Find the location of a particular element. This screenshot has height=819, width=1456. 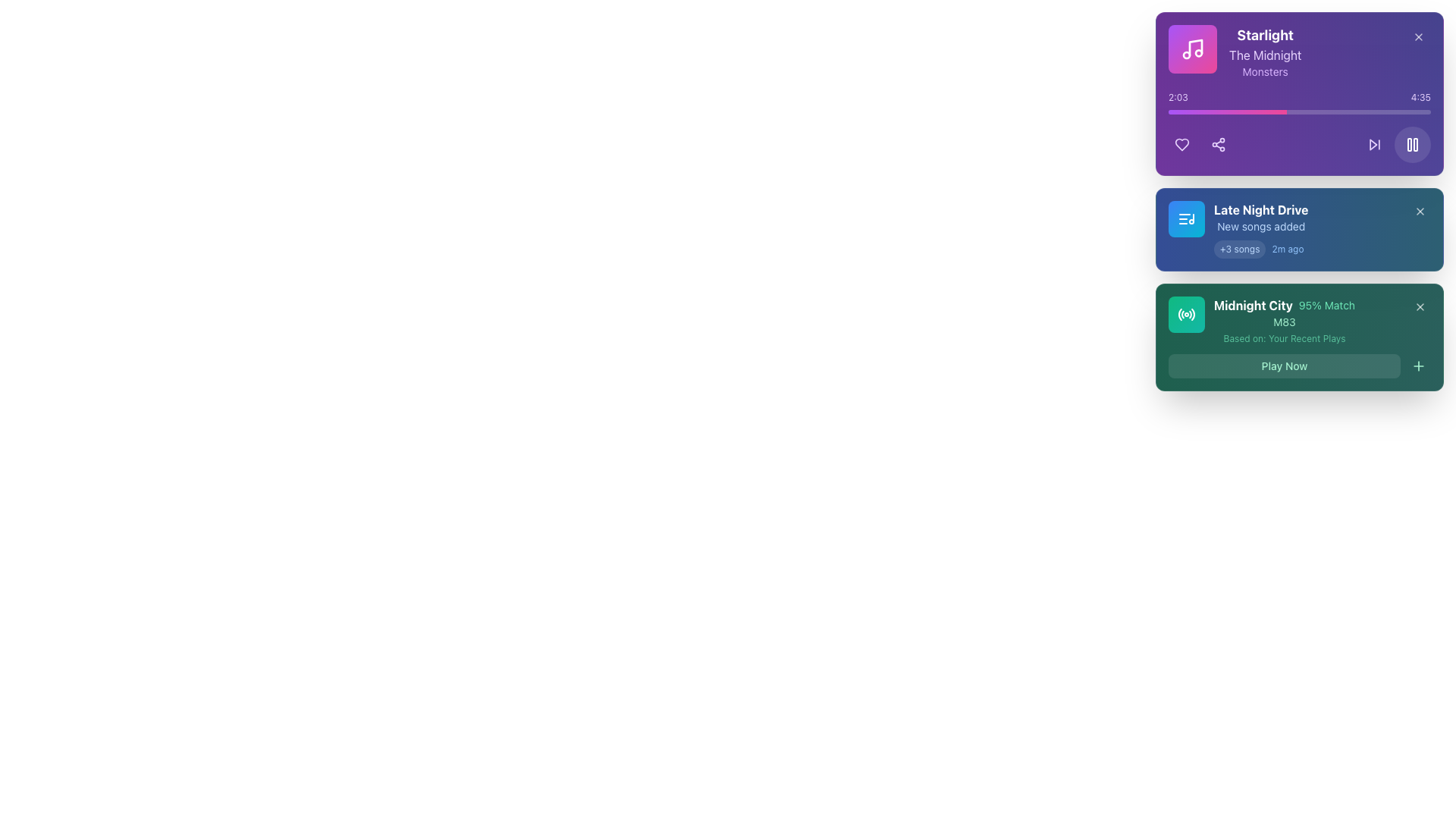

the leftmost curve segment of the radio icon within the green 'Midnight City' card interface is located at coordinates (1179, 314).